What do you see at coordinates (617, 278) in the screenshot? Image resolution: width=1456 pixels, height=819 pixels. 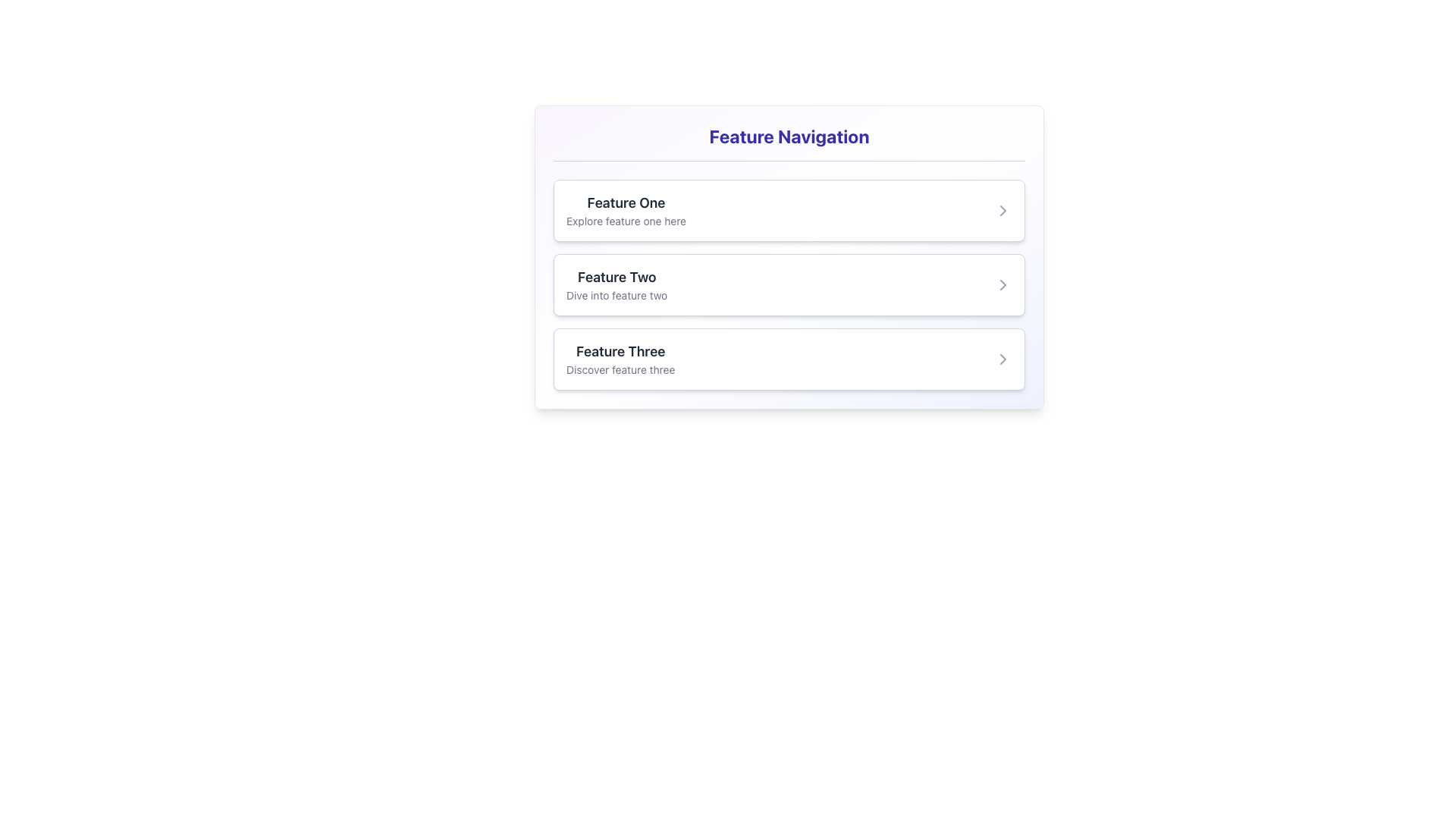 I see `the Text Label that serves as the title for the second feature description in the navigational interface, located between 'Feature One' and the smaller text snippet 'Dive into feature two'` at bounding box center [617, 278].